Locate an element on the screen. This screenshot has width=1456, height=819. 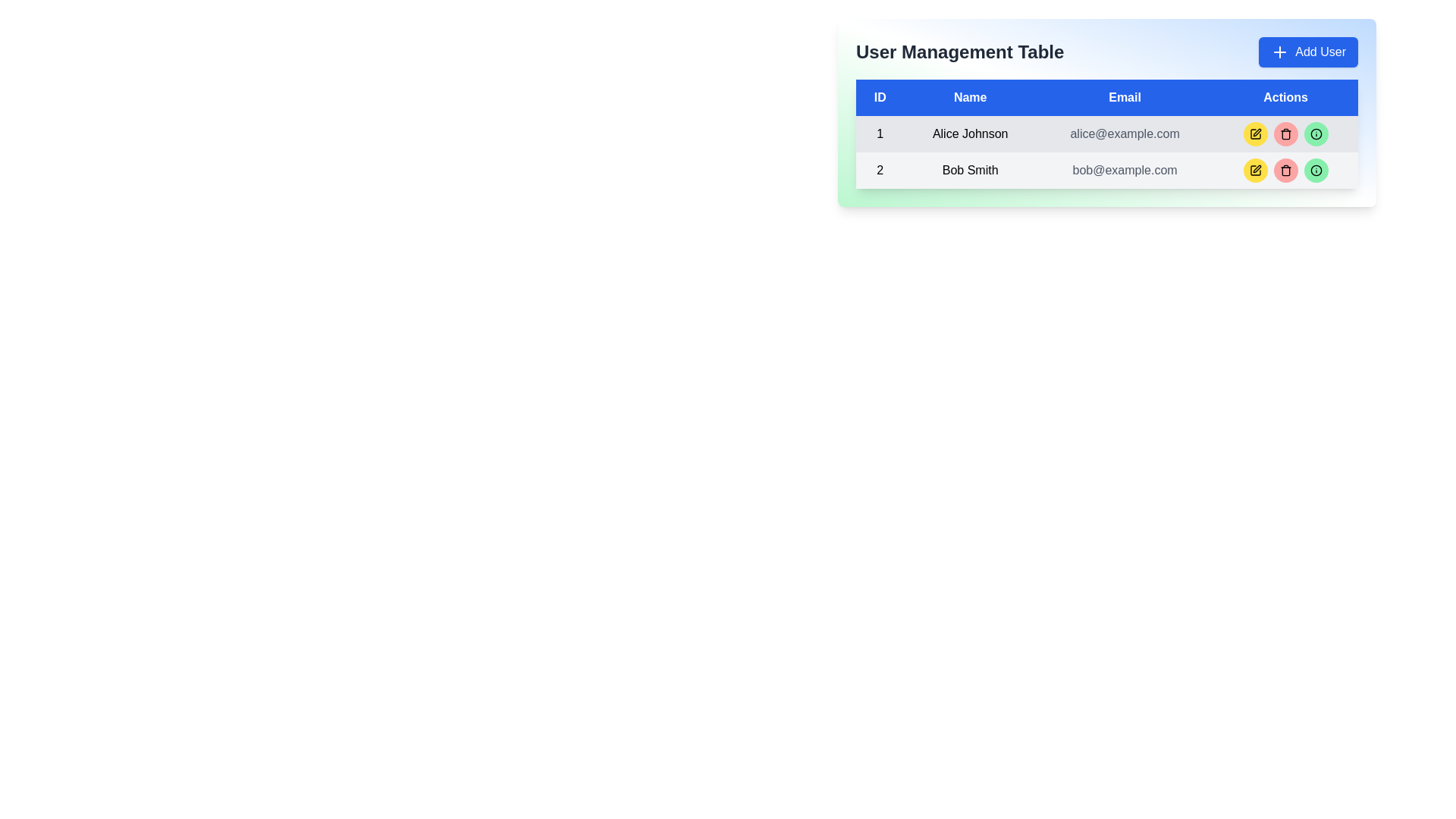
the text header labeled 'User Management Table', which is prominently styled with a bold, large dark gray font, located at the top-left corner of the user interface section is located at coordinates (959, 52).